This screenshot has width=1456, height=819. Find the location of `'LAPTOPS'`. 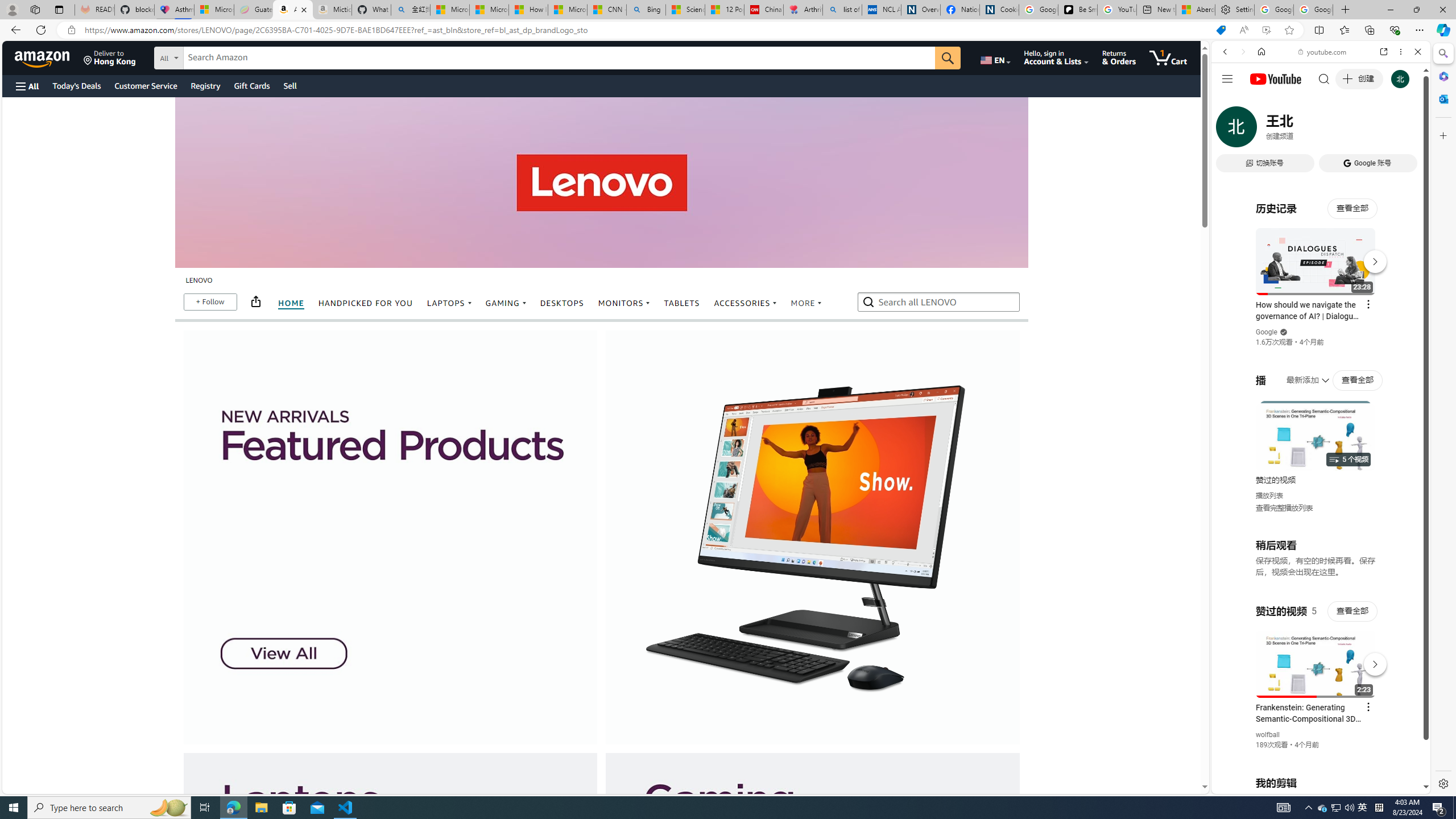

'LAPTOPS' is located at coordinates (448, 303).